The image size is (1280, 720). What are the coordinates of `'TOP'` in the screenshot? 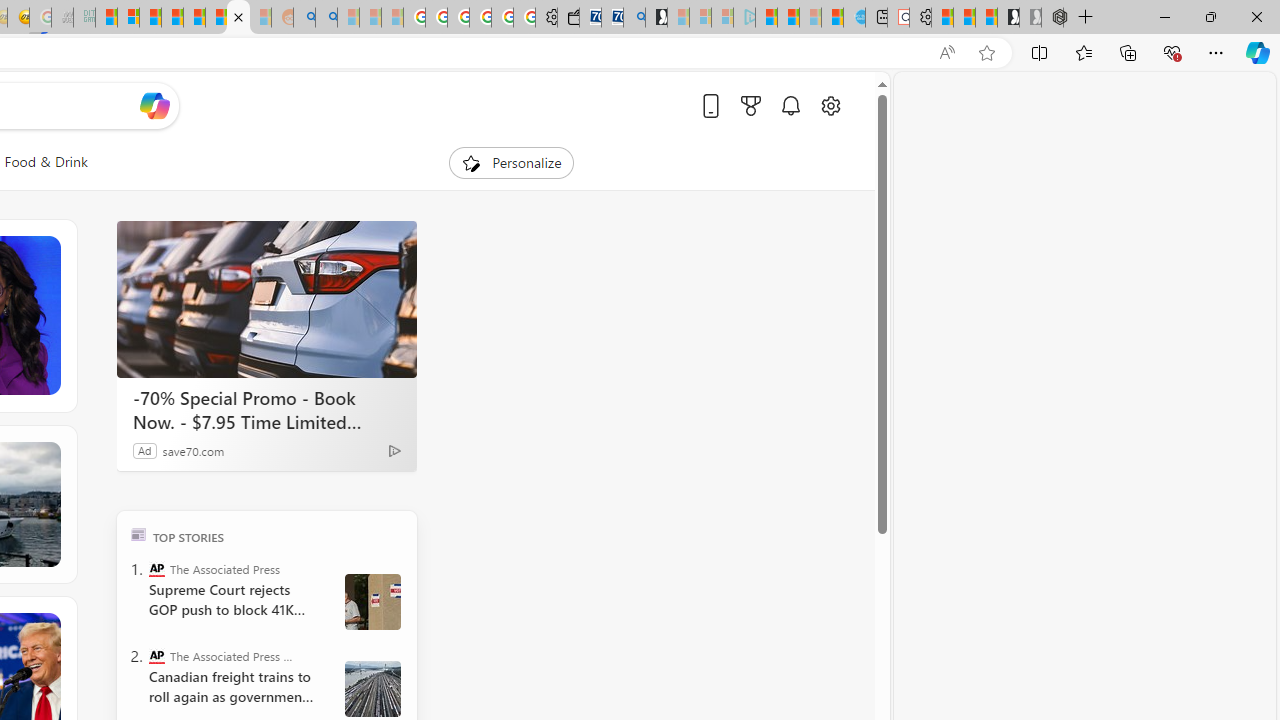 It's located at (137, 533).